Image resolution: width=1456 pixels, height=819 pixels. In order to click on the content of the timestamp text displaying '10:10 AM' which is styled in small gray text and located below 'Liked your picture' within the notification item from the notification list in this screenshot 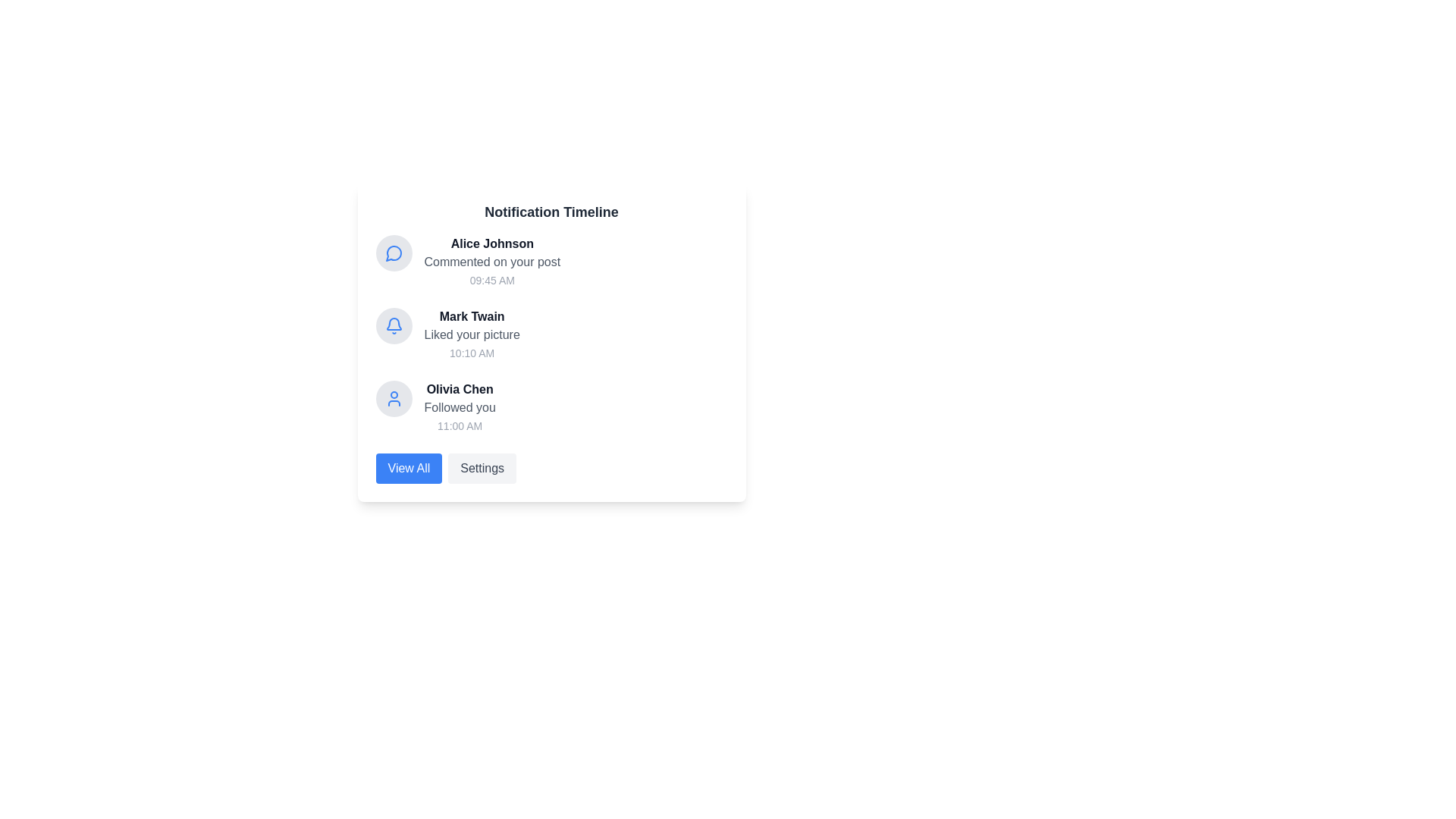, I will do `click(471, 353)`.